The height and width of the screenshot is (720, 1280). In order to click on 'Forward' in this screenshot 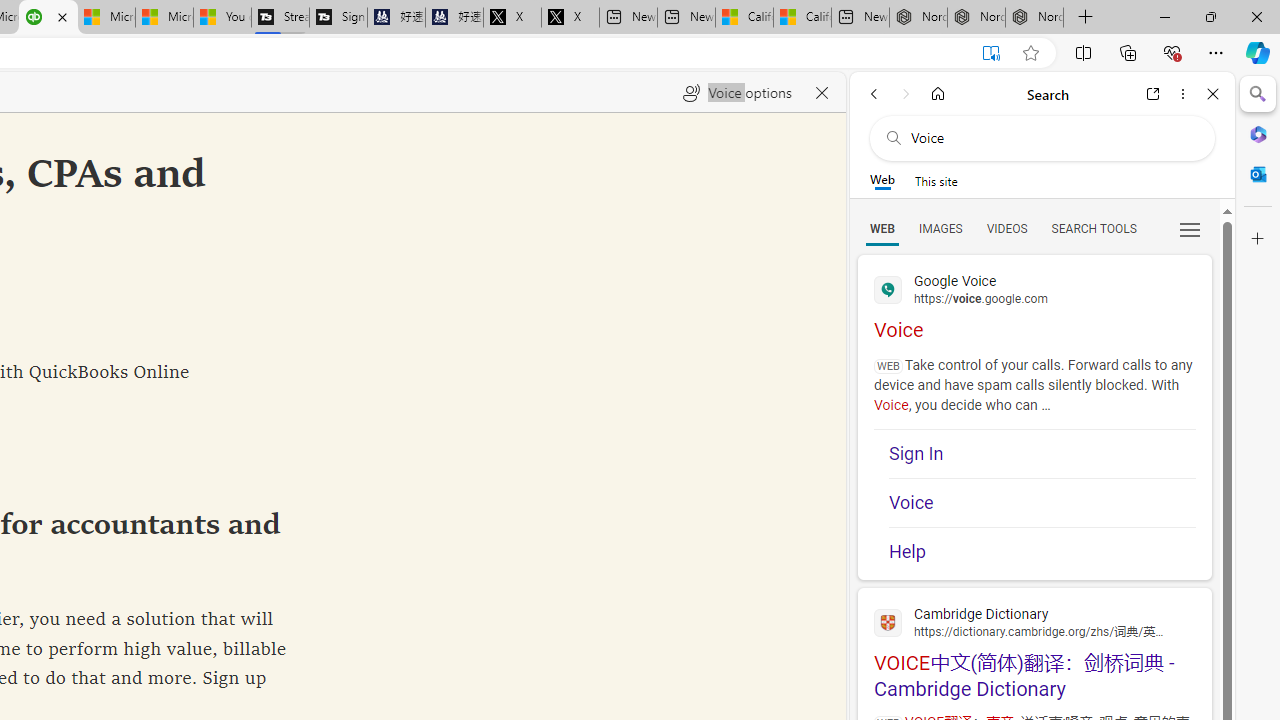, I will do `click(905, 93)`.